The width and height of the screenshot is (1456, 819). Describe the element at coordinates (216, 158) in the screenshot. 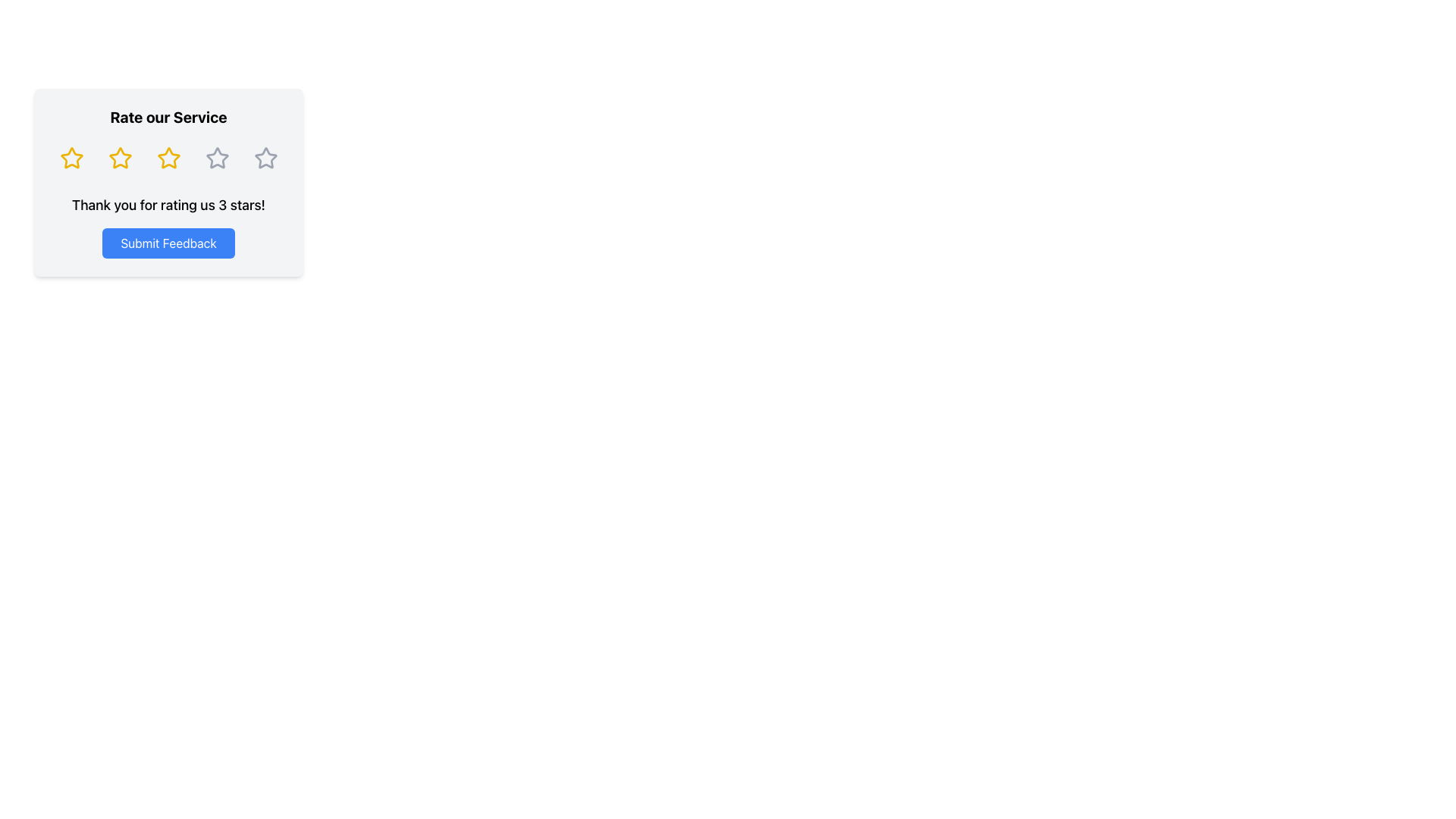

I see `the fourth star` at that location.